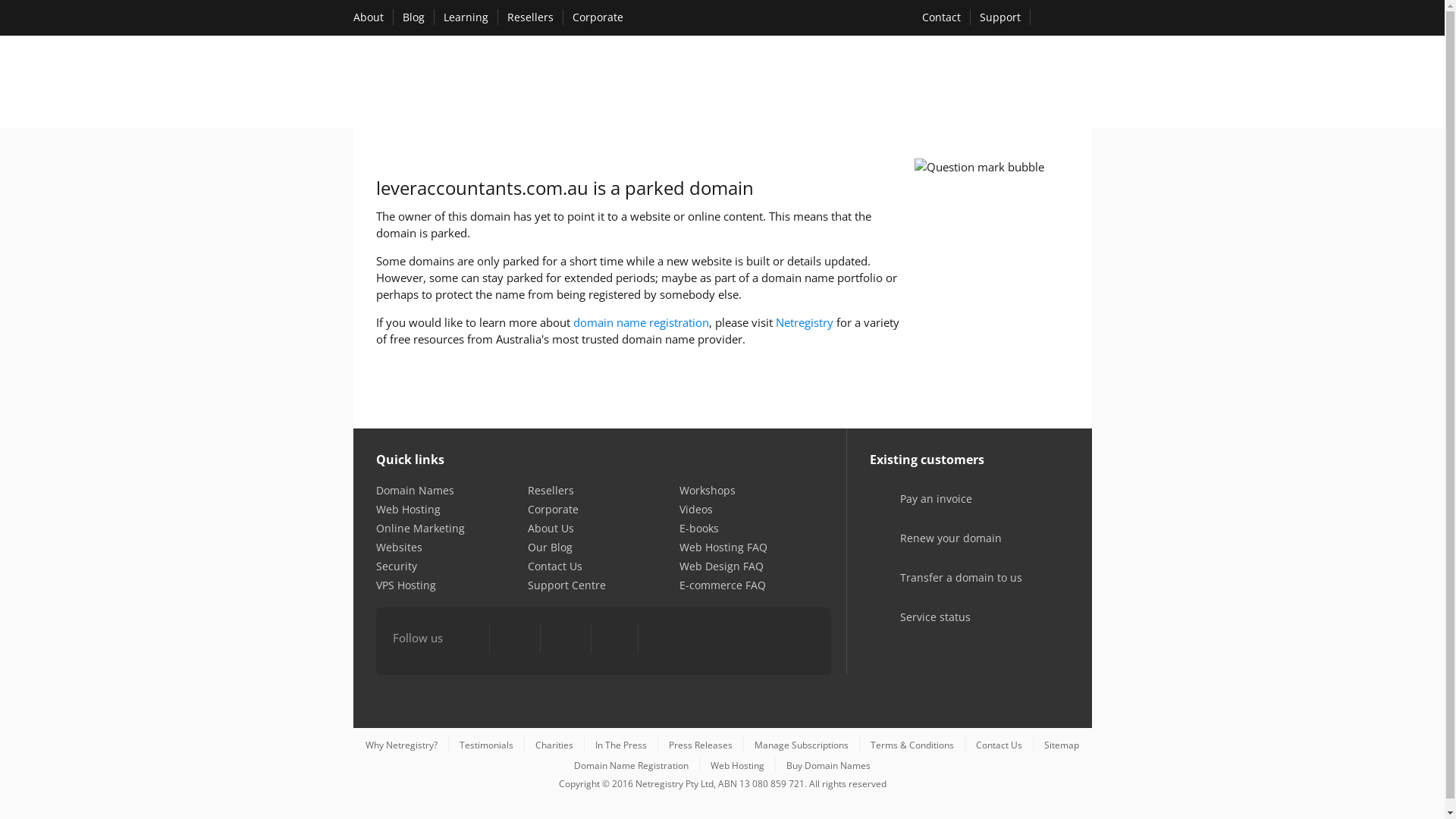 Image resolution: width=1456 pixels, height=819 pixels. What do you see at coordinates (700, 744) in the screenshot?
I see `'Press Releases'` at bounding box center [700, 744].